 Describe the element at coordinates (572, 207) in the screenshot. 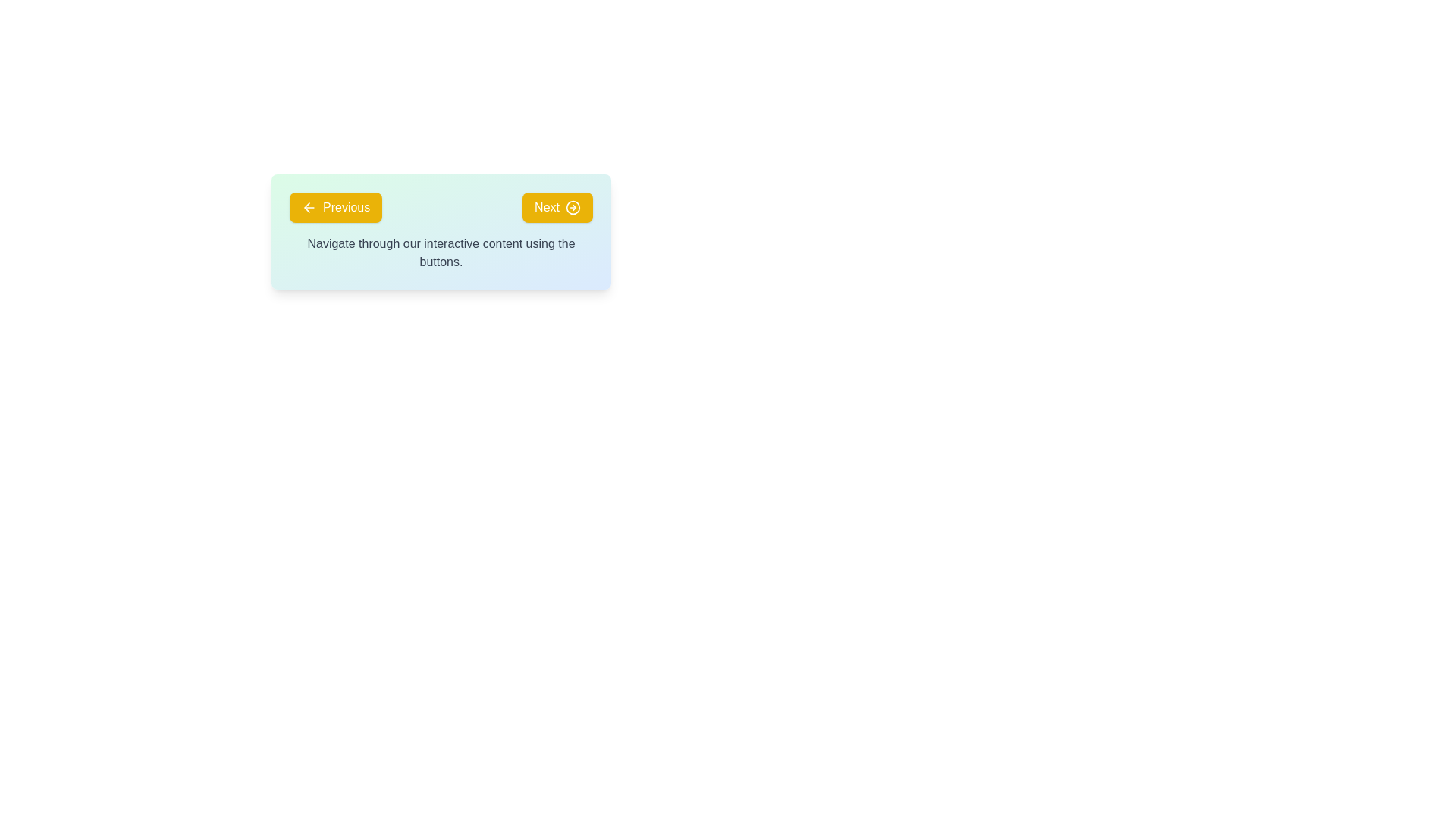

I see `the circle with arrow icon` at that location.